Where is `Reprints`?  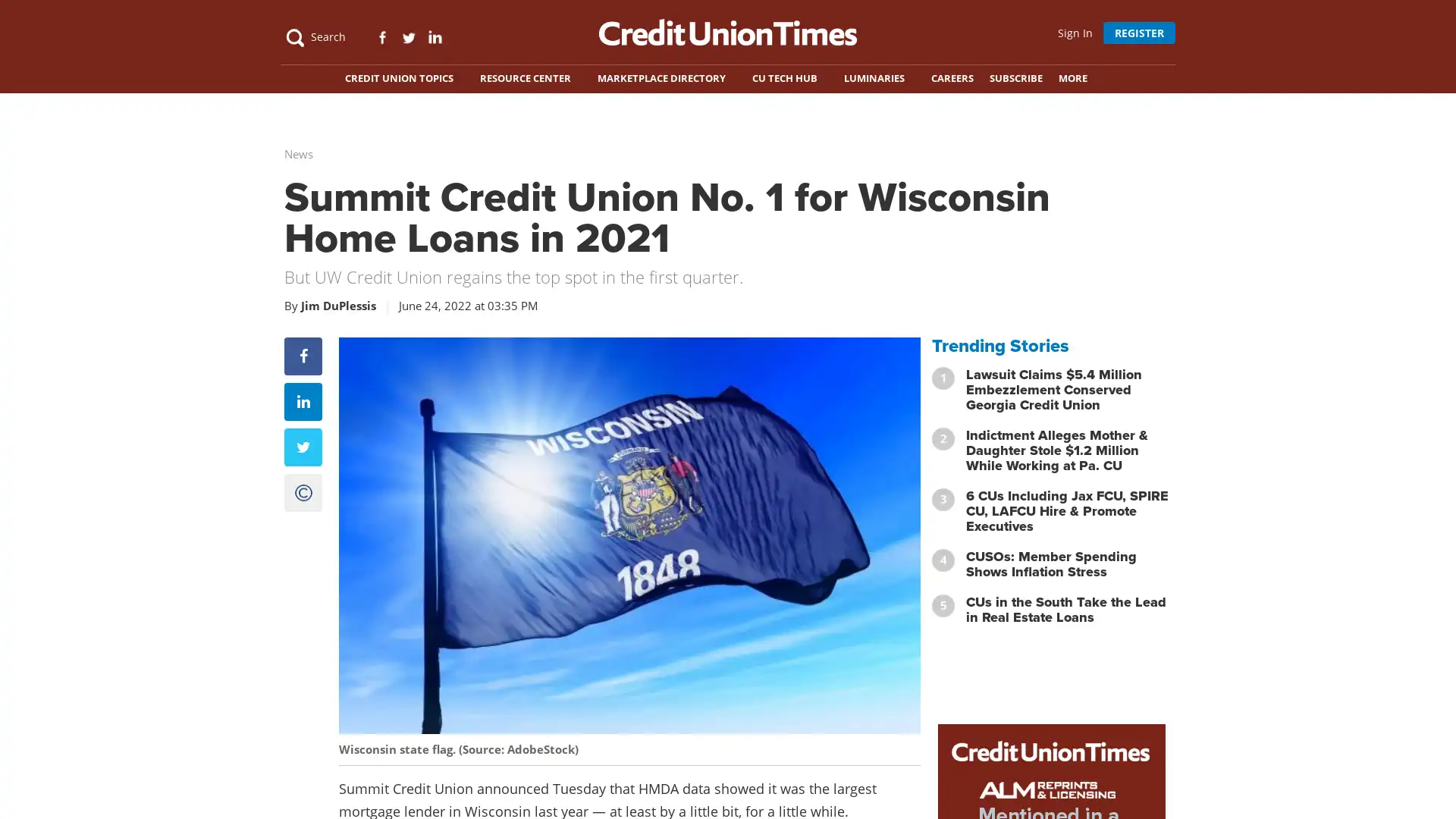
Reprints is located at coordinates (303, 553).